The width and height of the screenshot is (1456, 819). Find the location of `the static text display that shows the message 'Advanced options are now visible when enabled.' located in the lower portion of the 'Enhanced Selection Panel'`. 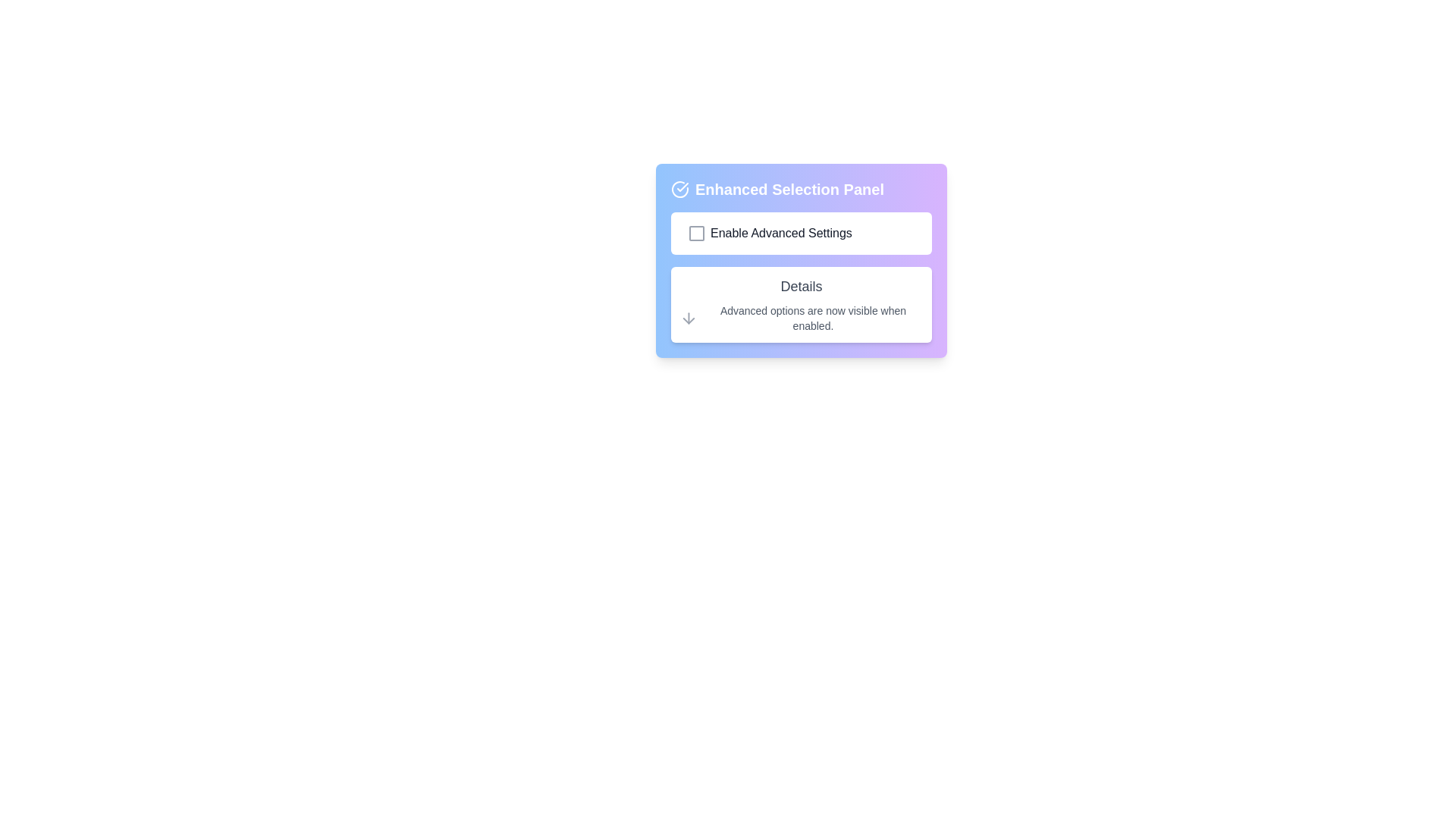

the static text display that shows the message 'Advanced options are now visible when enabled.' located in the lower portion of the 'Enhanced Selection Panel' is located at coordinates (812, 318).